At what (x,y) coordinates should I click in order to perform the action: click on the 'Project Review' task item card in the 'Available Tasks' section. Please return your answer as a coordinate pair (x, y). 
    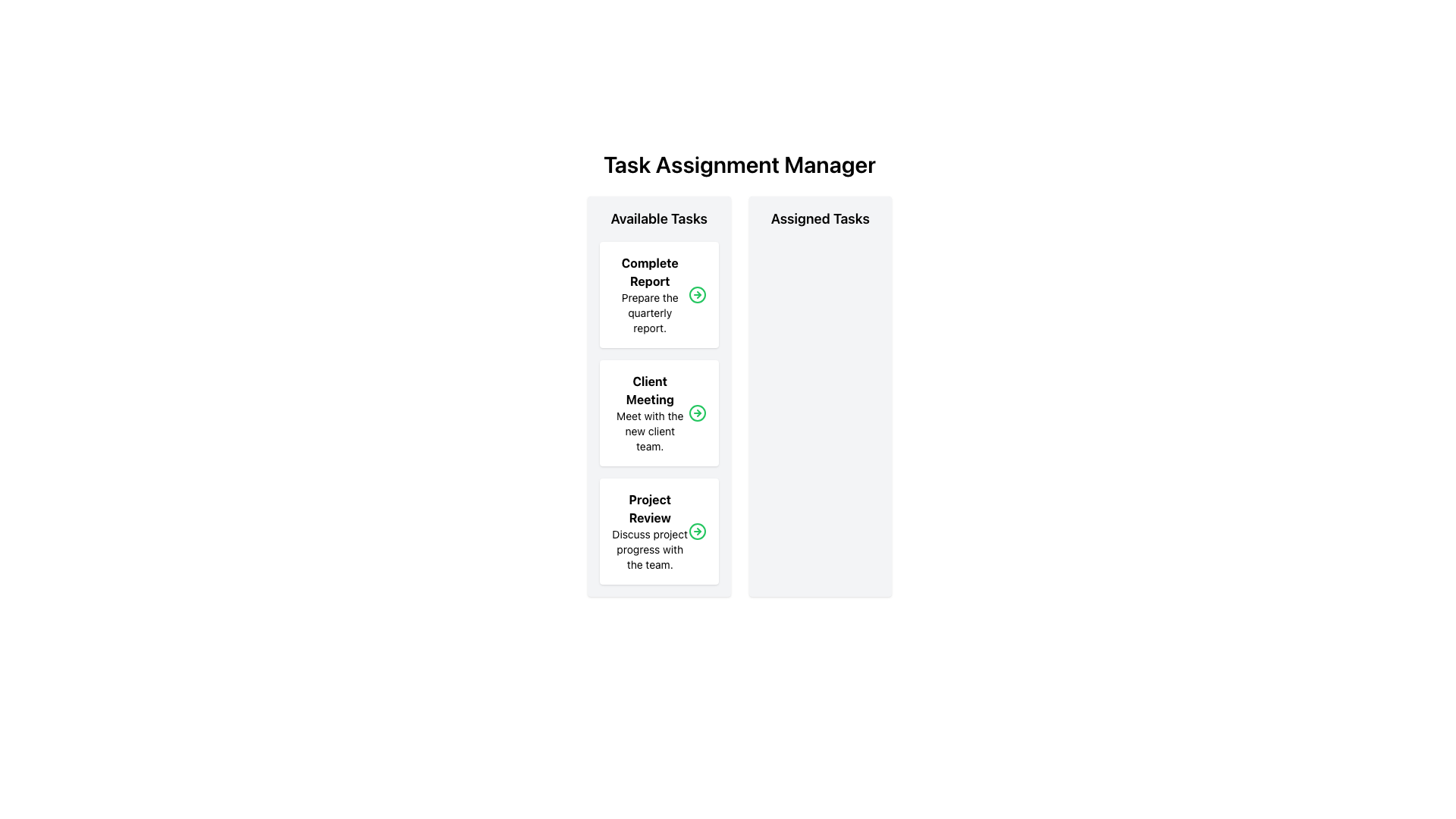
    Looking at the image, I should click on (659, 531).